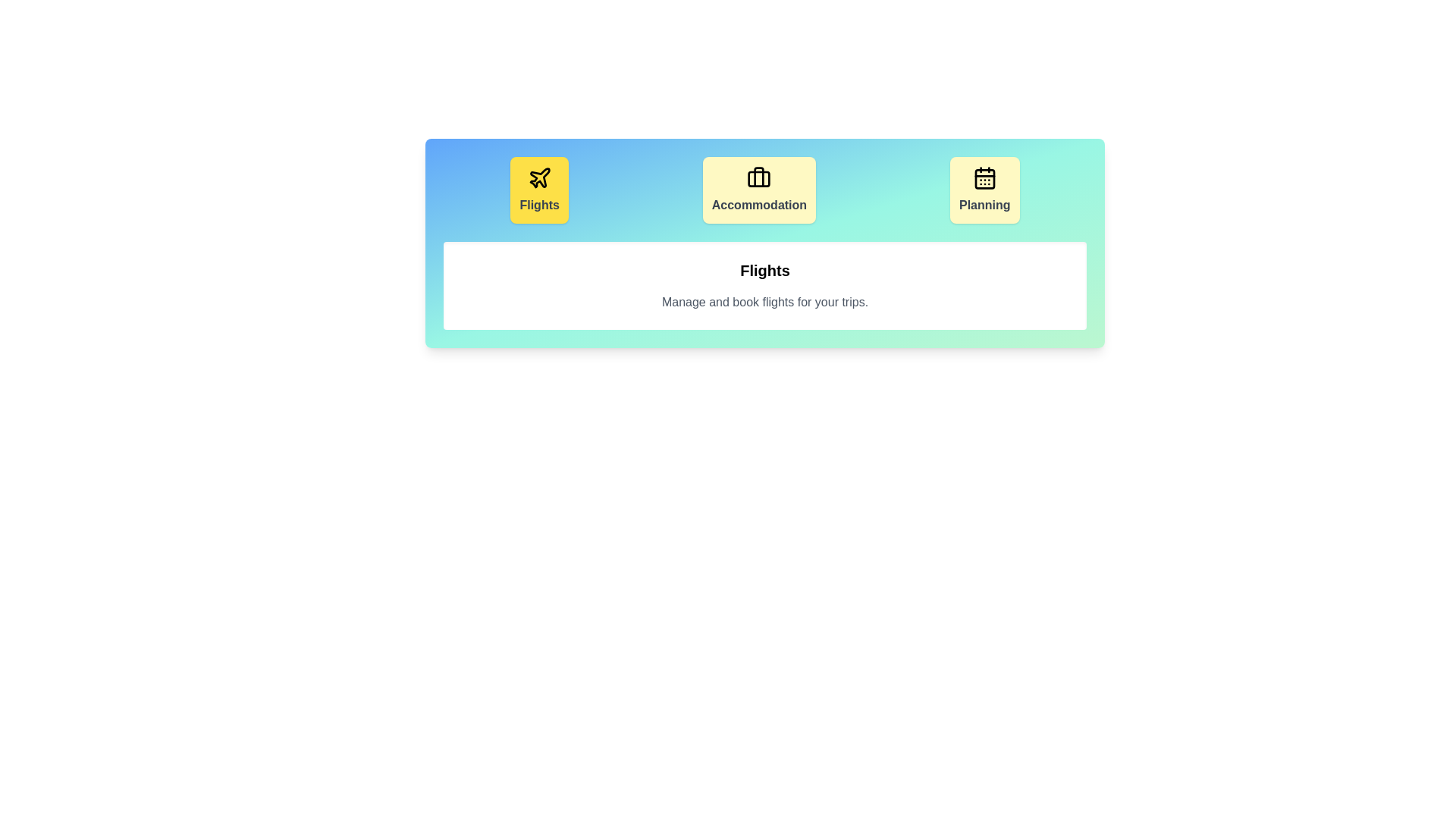 This screenshot has height=819, width=1456. I want to click on the button labeled Planning, so click(984, 189).